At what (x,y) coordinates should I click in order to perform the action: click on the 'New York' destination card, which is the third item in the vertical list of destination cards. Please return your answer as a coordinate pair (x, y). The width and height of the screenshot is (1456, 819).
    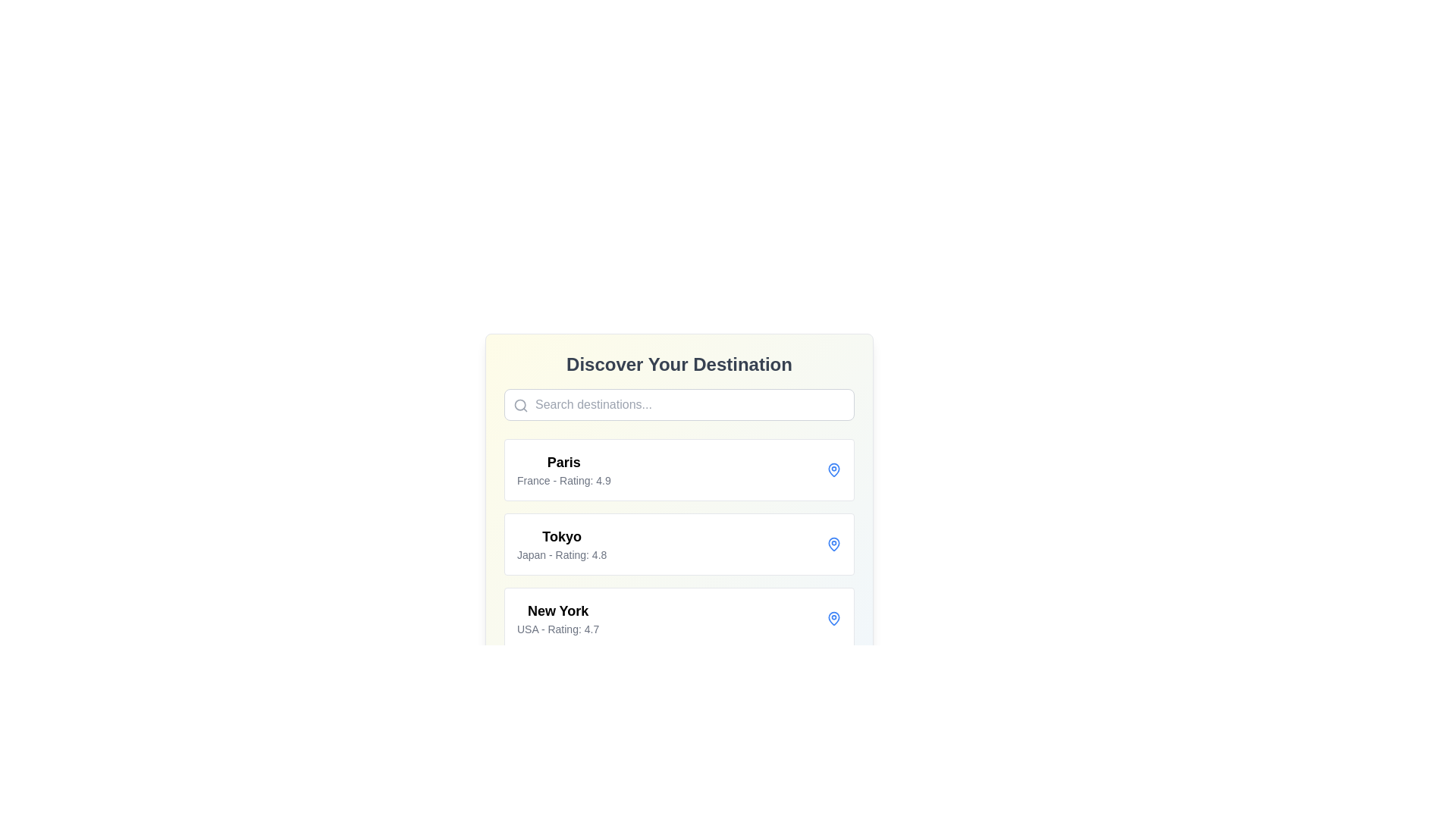
    Looking at the image, I should click on (679, 619).